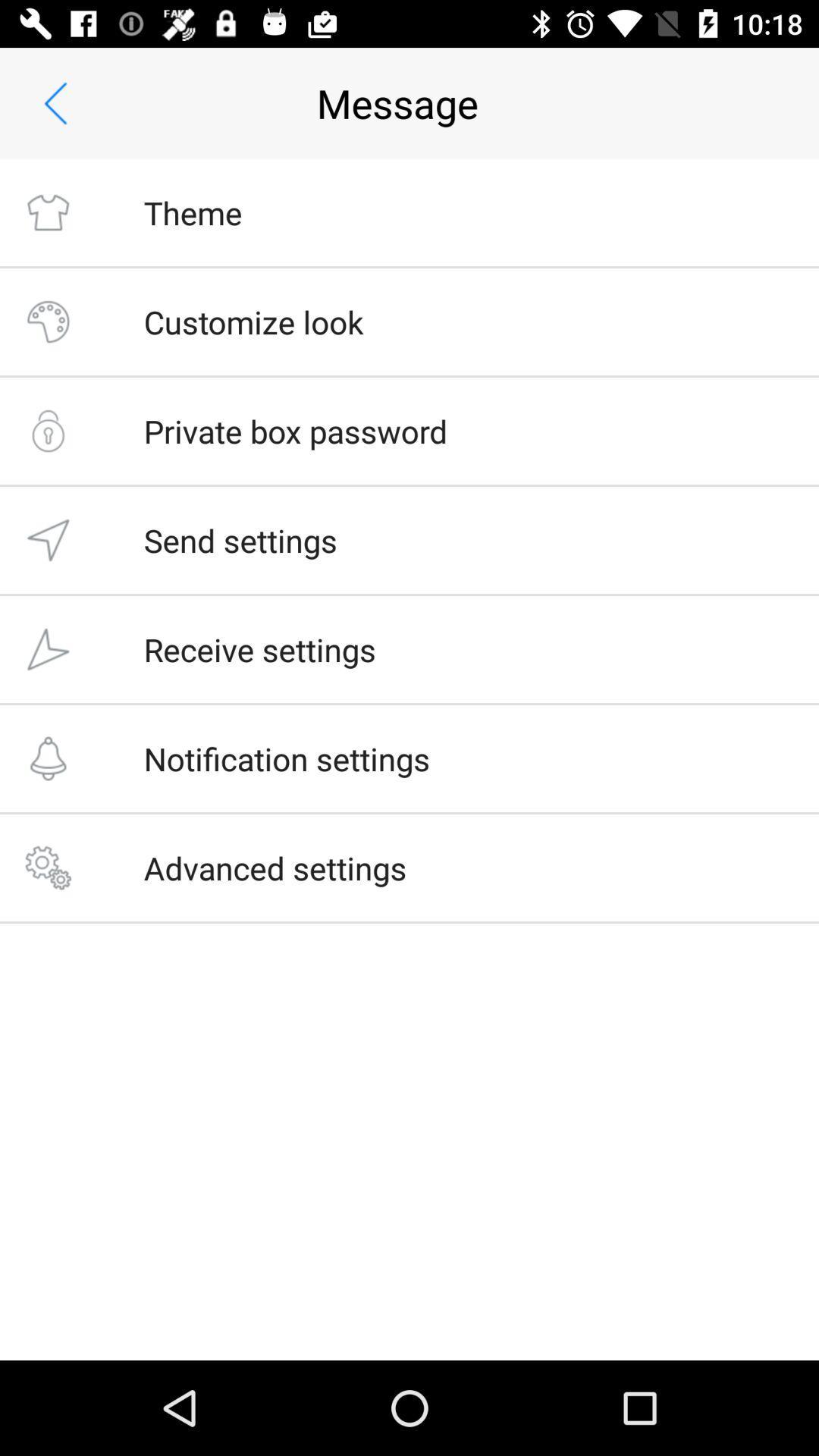 This screenshot has height=1456, width=819. I want to click on item below theme, so click(253, 321).